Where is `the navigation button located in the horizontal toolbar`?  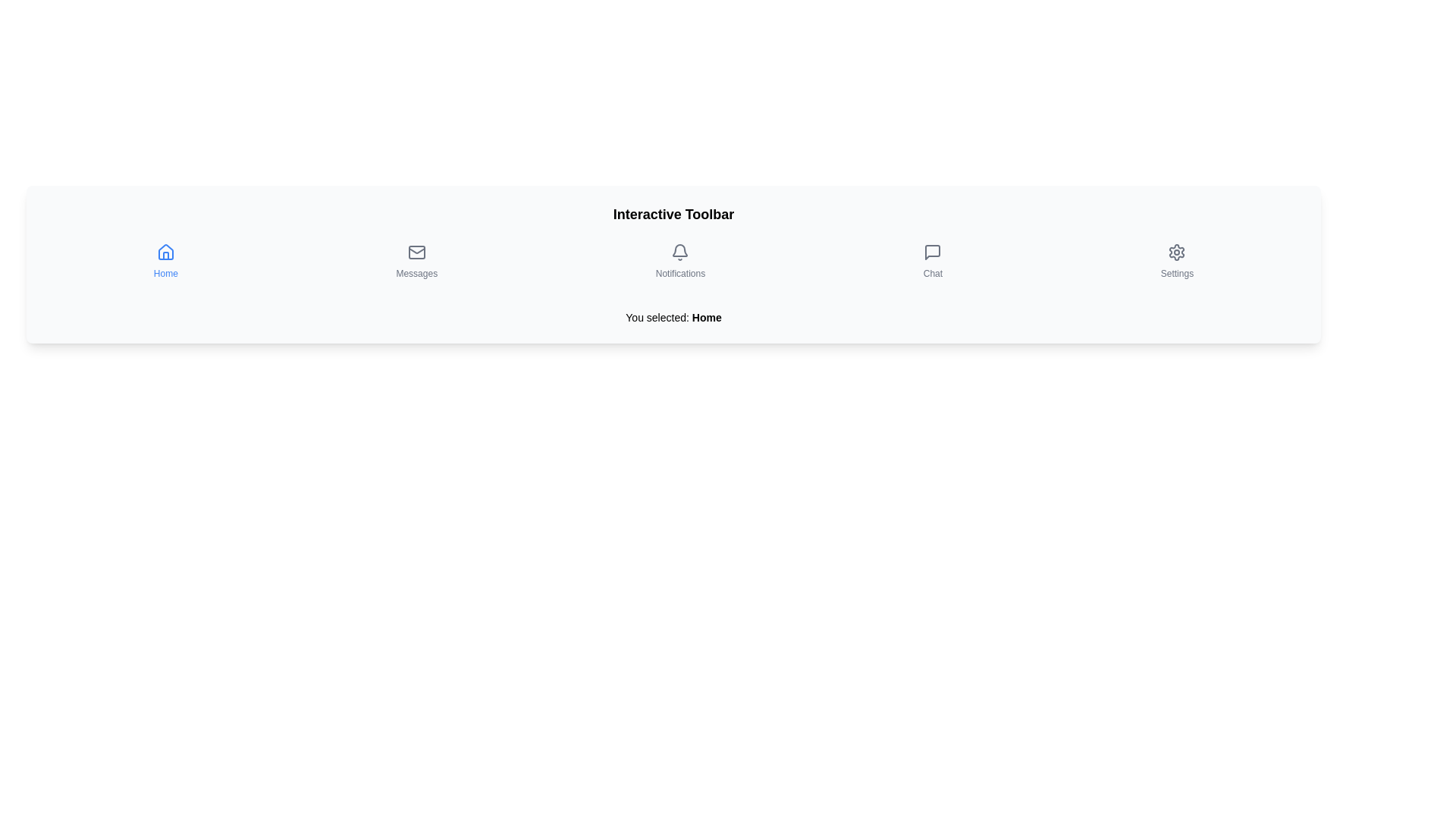
the navigation button located in the horizontal toolbar is located at coordinates (1176, 260).